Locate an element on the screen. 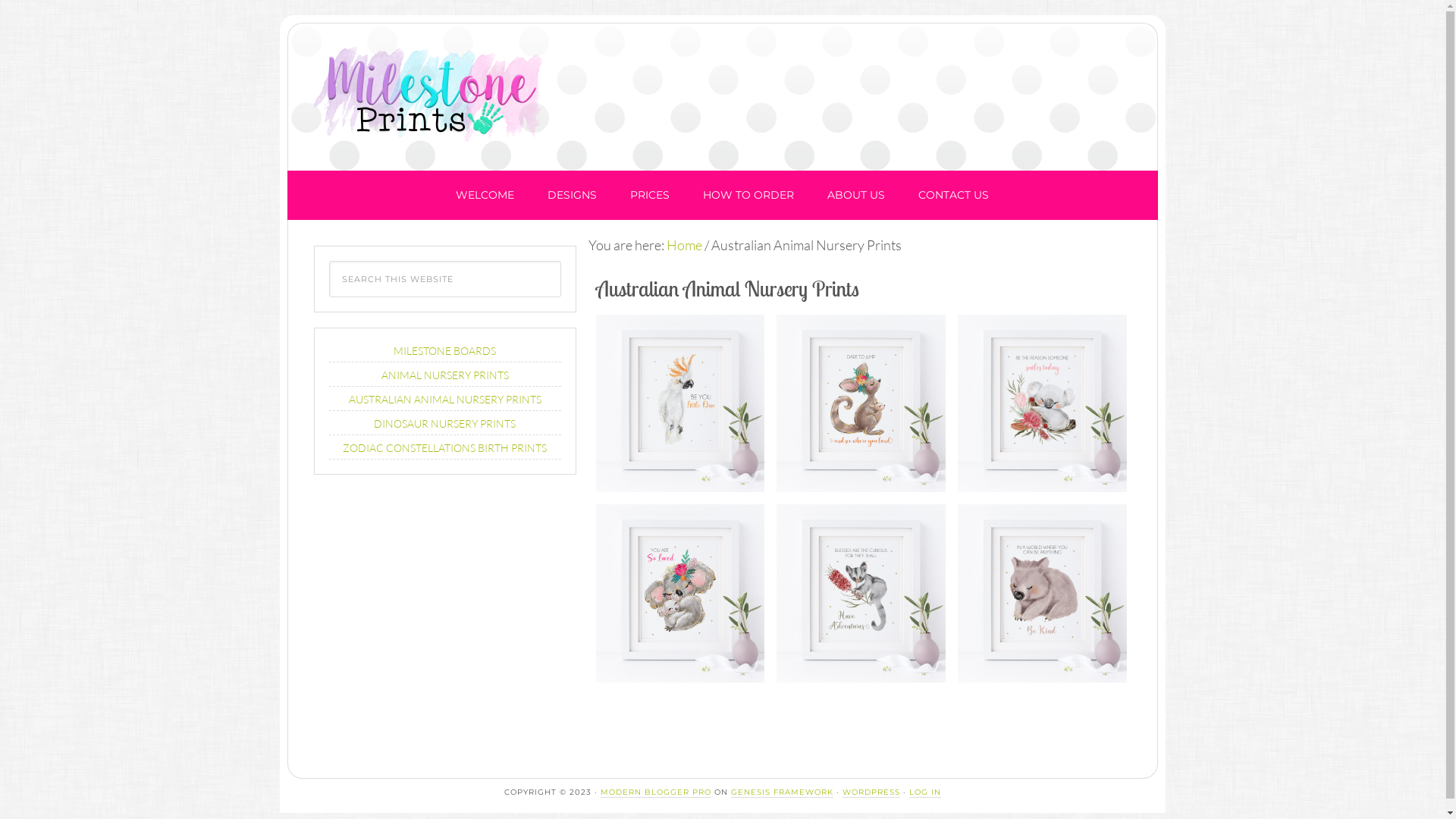 This screenshot has height=819, width=1456. 'DESIGNS' is located at coordinates (571, 194).